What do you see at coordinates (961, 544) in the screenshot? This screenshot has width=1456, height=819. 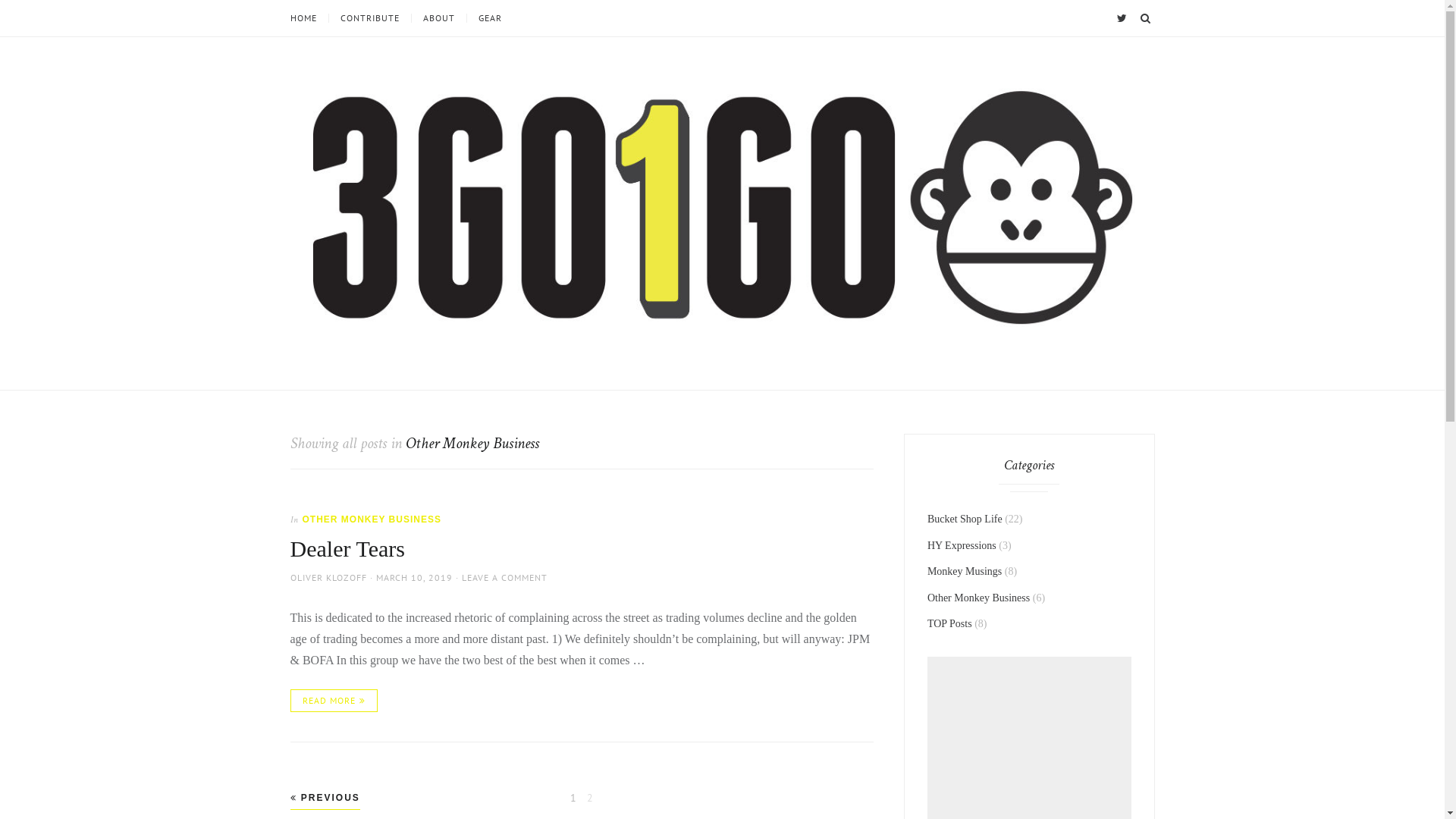 I see `'HY Expressions'` at bounding box center [961, 544].